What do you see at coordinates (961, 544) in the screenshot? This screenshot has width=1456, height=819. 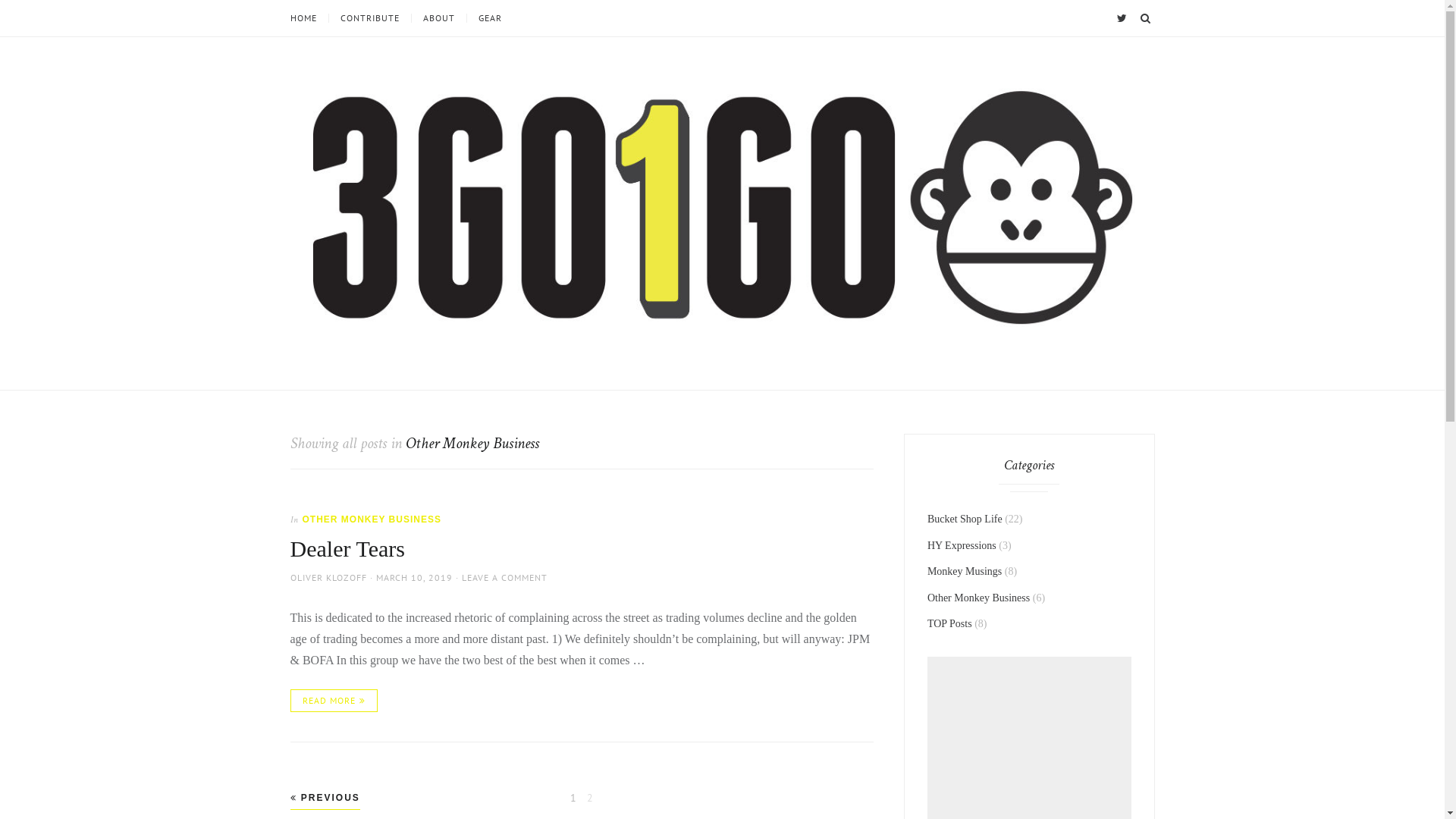 I see `'HY Expressions'` at bounding box center [961, 544].